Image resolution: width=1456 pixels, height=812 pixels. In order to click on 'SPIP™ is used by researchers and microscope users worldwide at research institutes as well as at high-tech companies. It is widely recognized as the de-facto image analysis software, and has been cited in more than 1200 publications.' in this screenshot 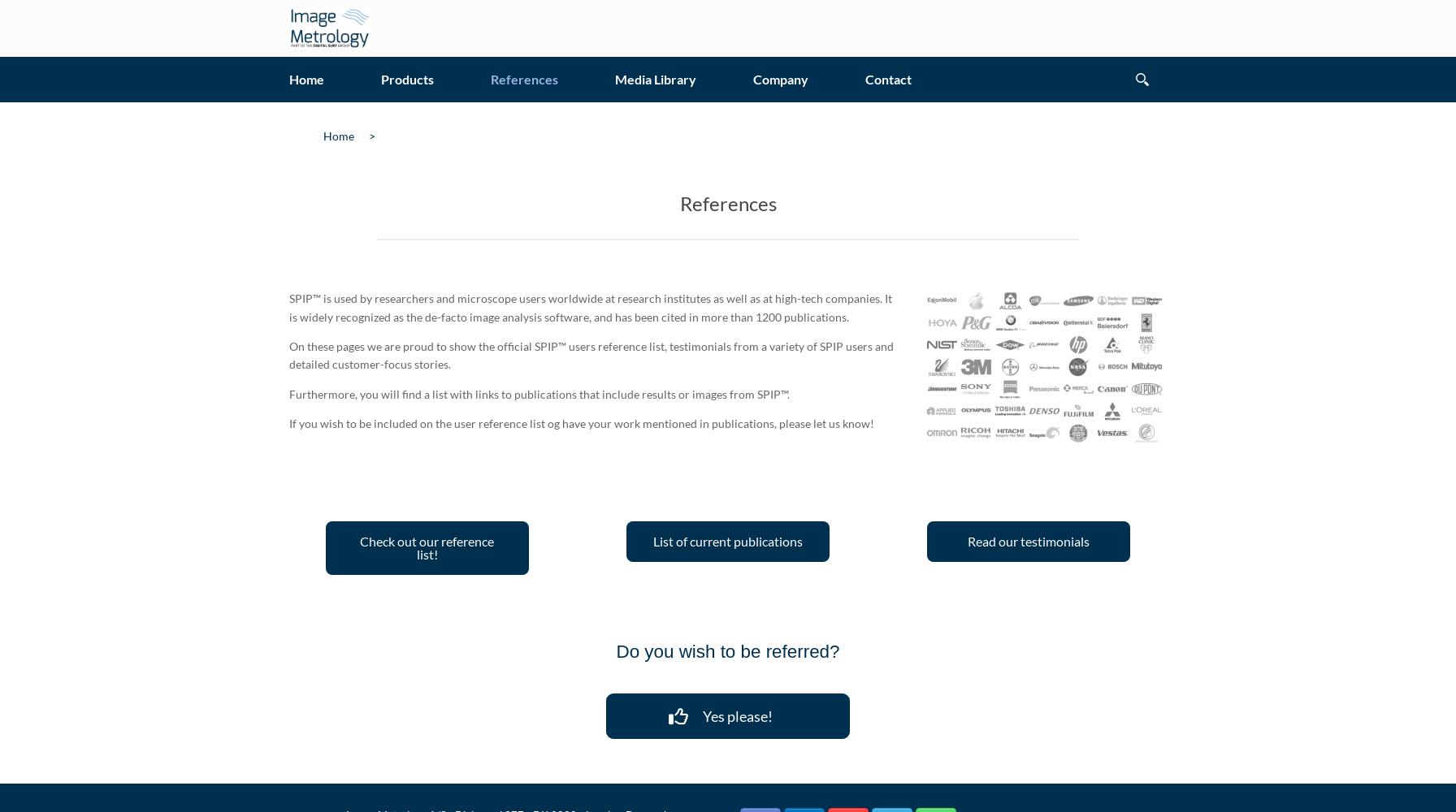, I will do `click(591, 307)`.